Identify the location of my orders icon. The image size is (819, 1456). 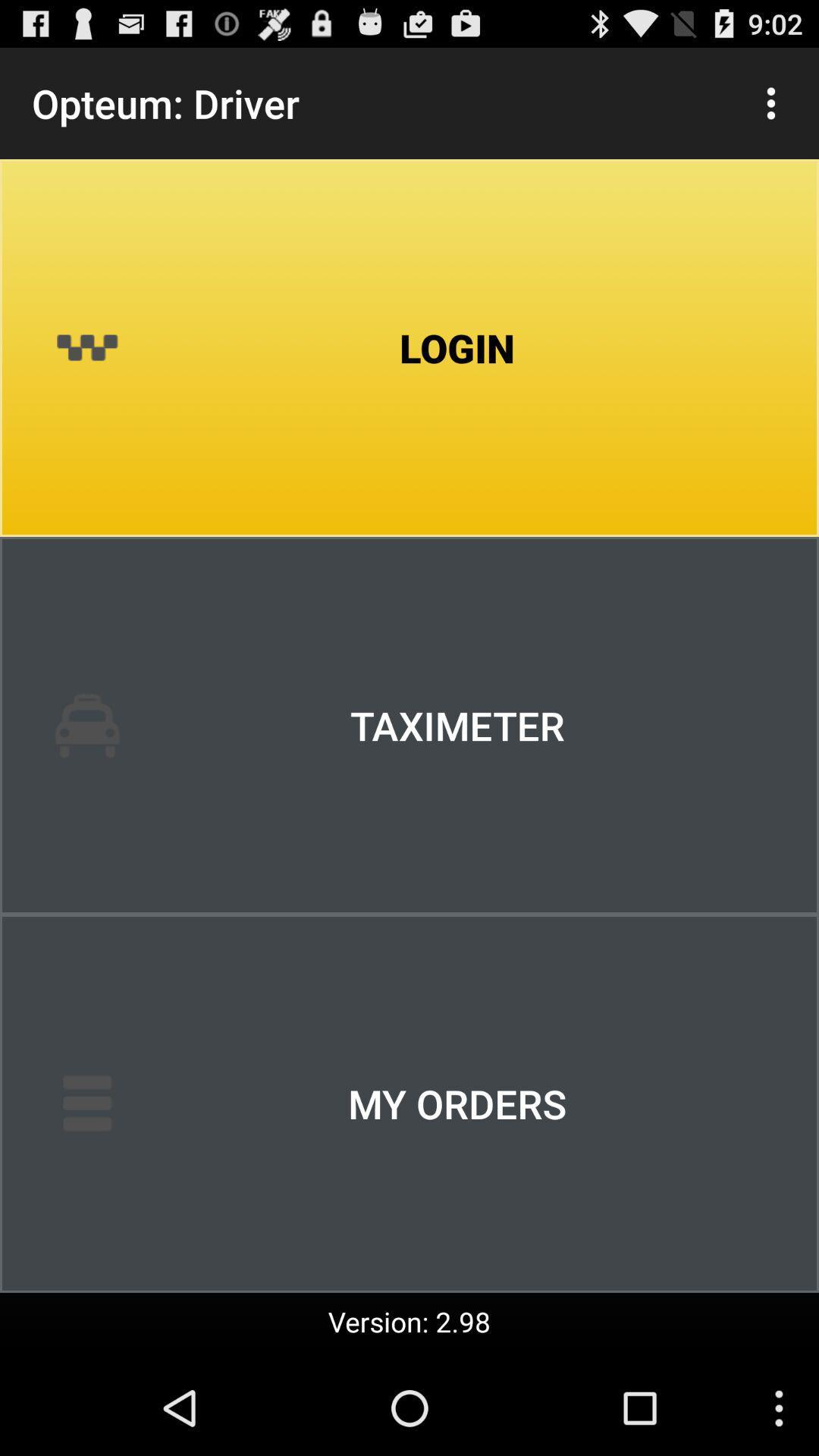
(409, 1103).